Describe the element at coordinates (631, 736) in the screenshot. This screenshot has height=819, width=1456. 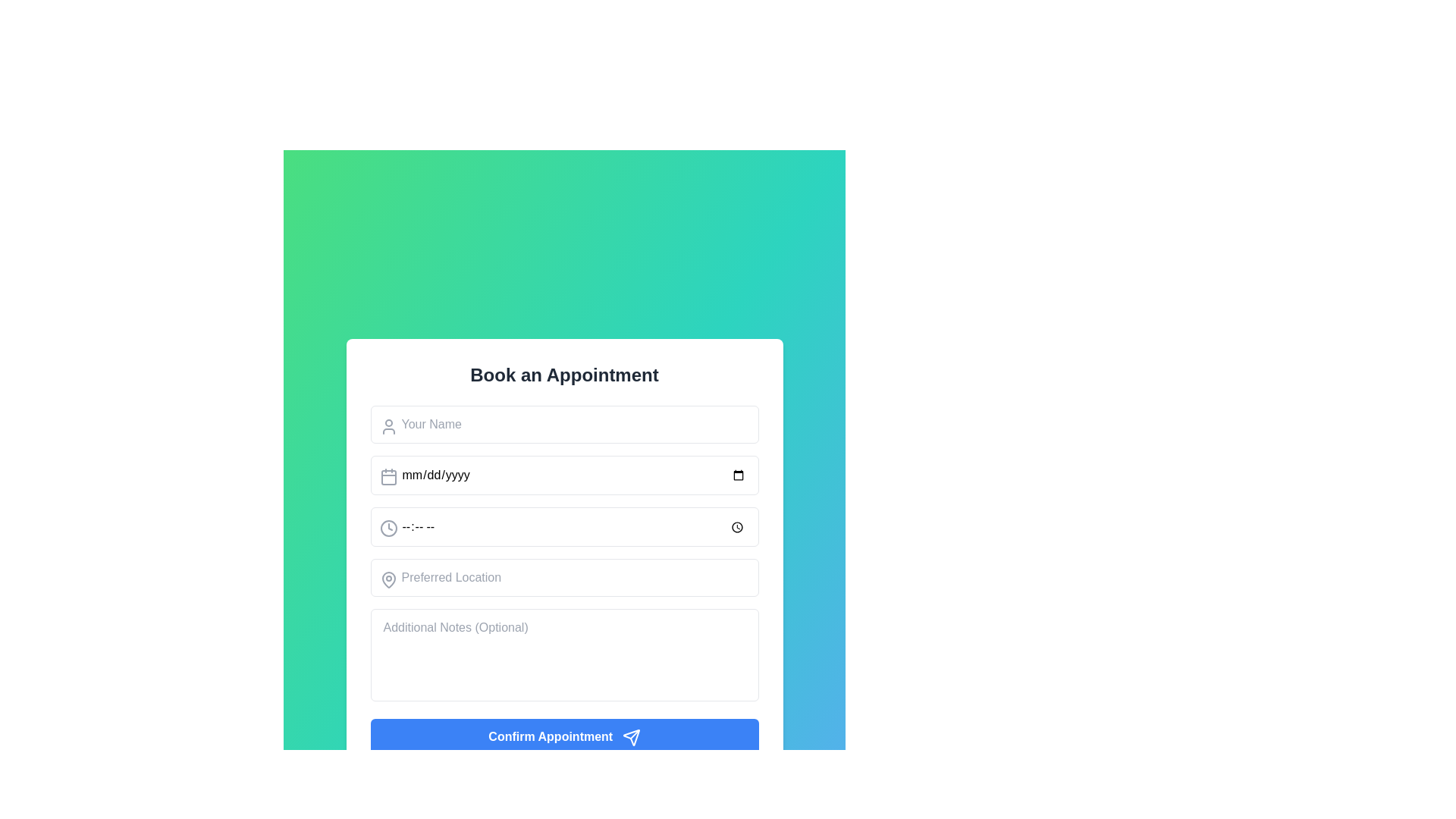
I see `the send icon, which is a stylized paper plane with a white outline on a blue background, located to the right of the 'Confirm Appointment' button` at that location.